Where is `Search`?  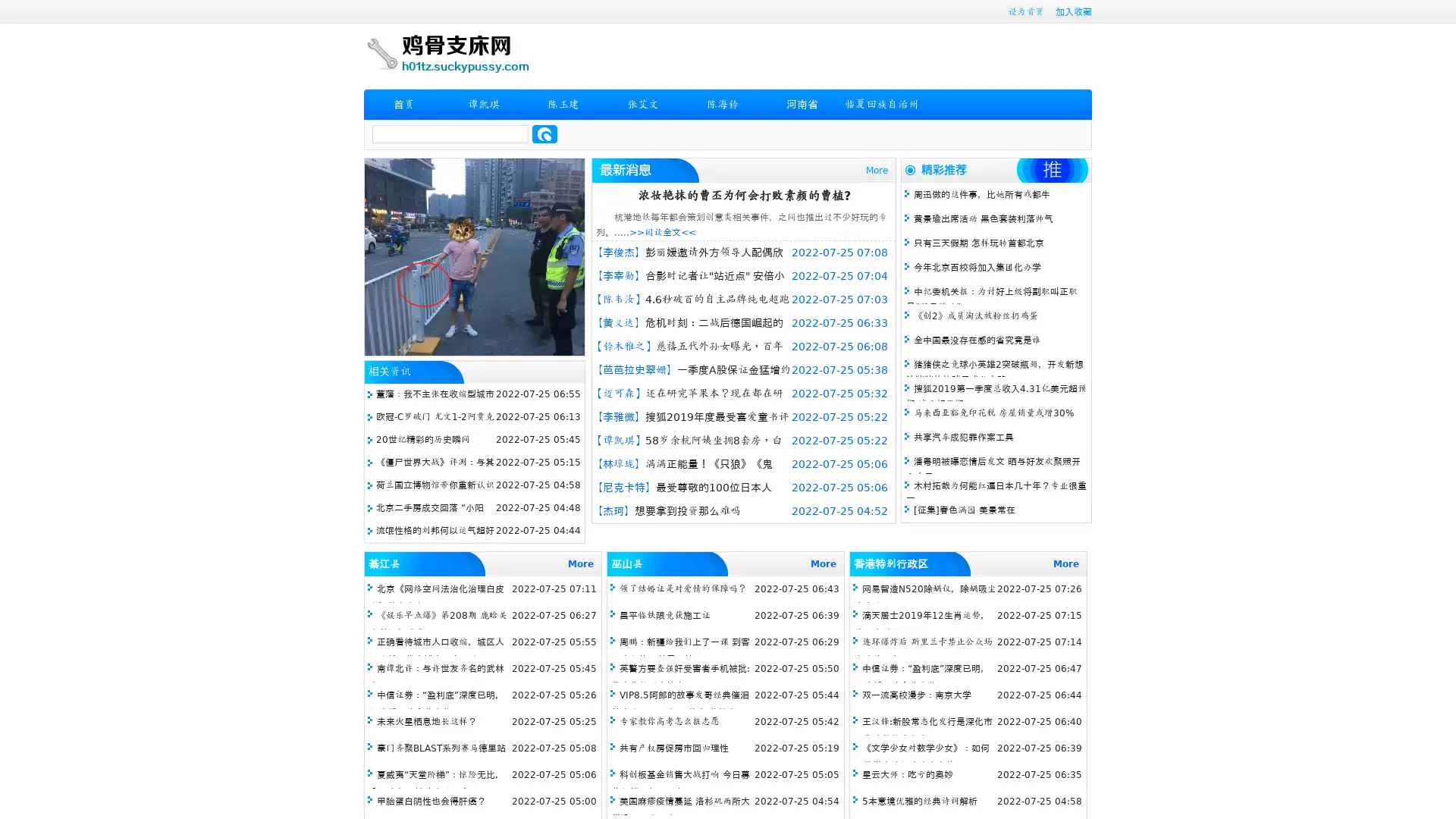
Search is located at coordinates (544, 133).